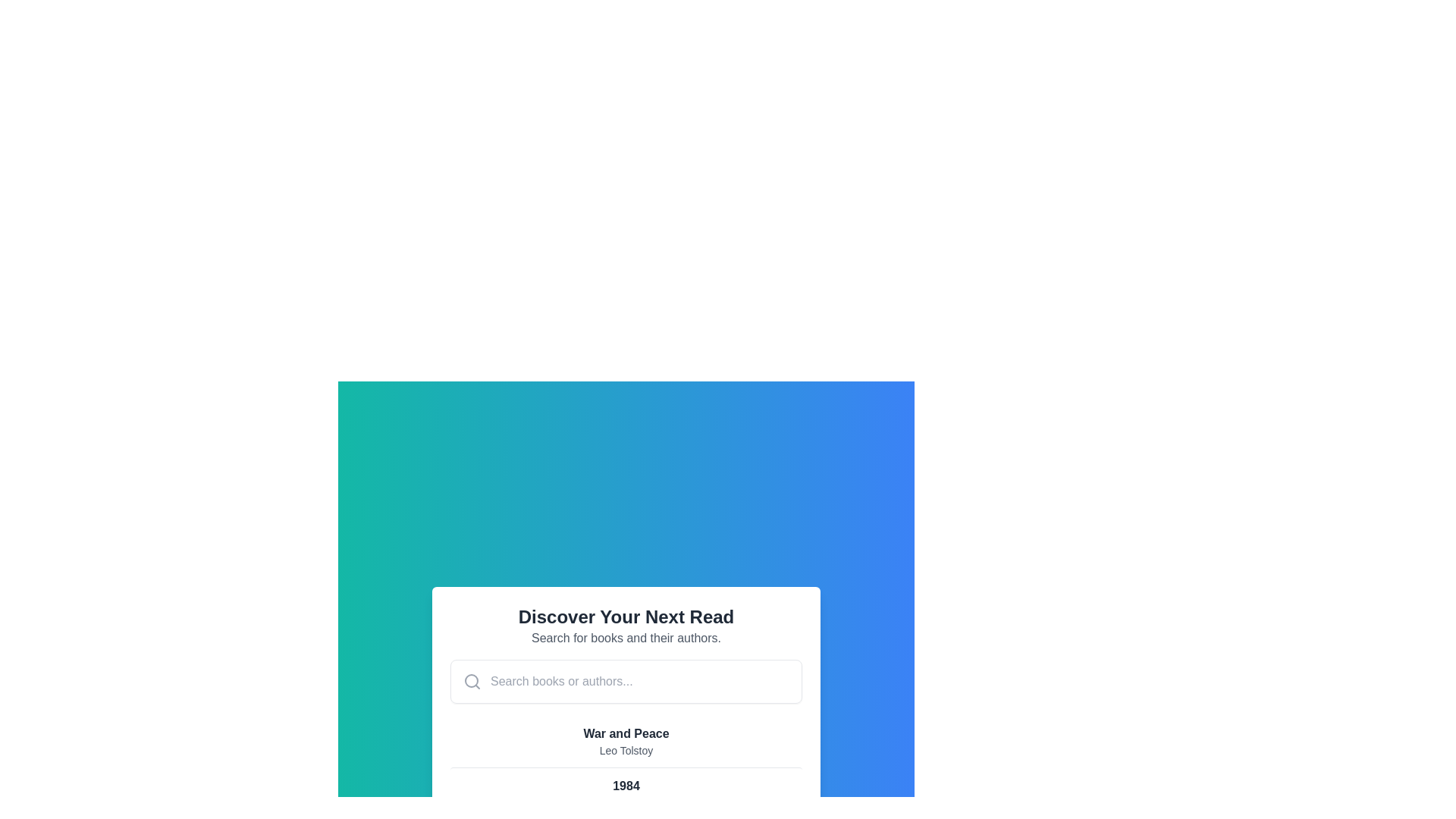  I want to click on the bold title text element that reads 'Discover Your Next Read', which is prominently displayed in dark gray on a light background, located at the top of the white panel, so click(626, 617).